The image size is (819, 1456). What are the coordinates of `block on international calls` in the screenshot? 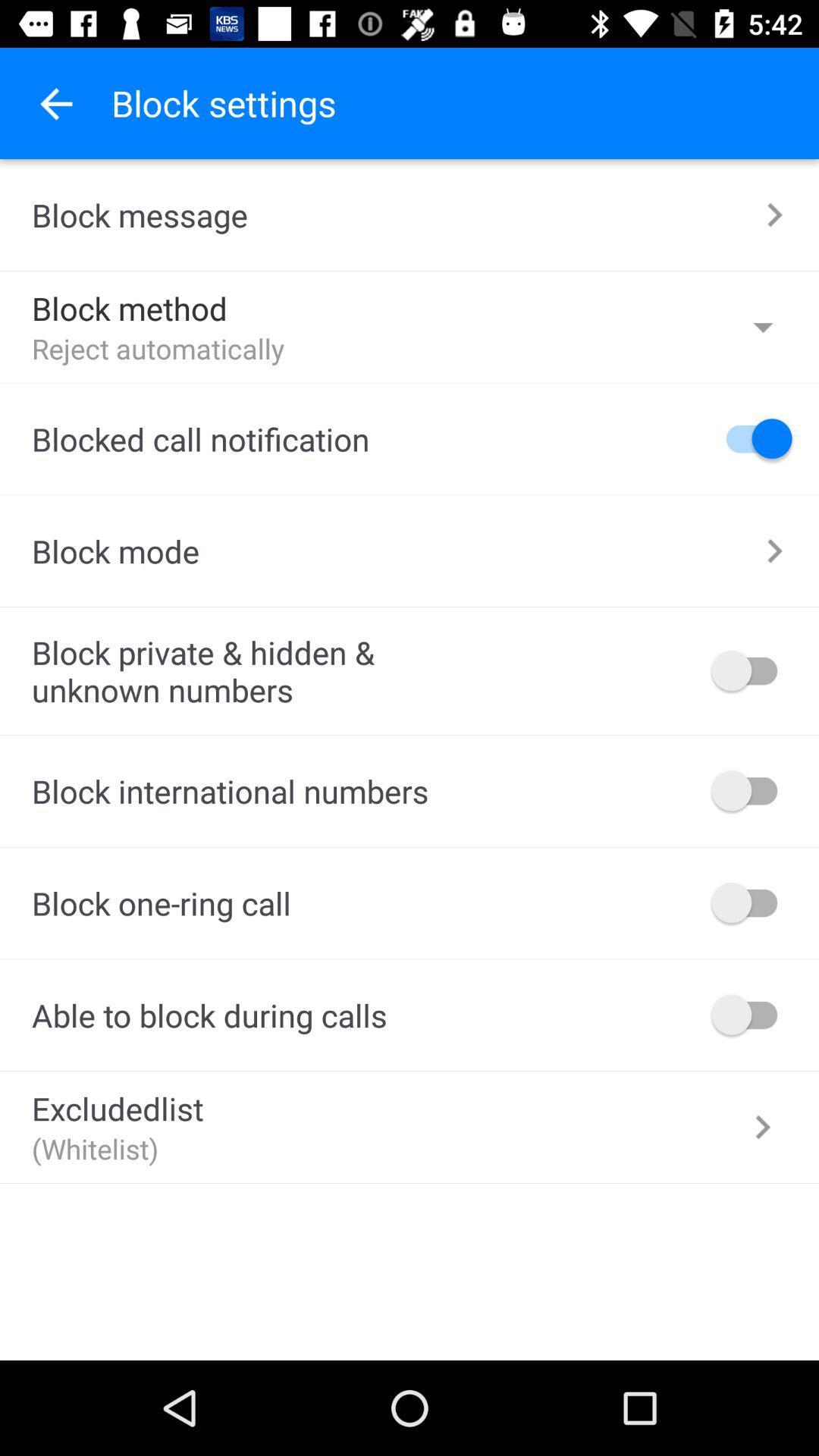 It's located at (752, 789).